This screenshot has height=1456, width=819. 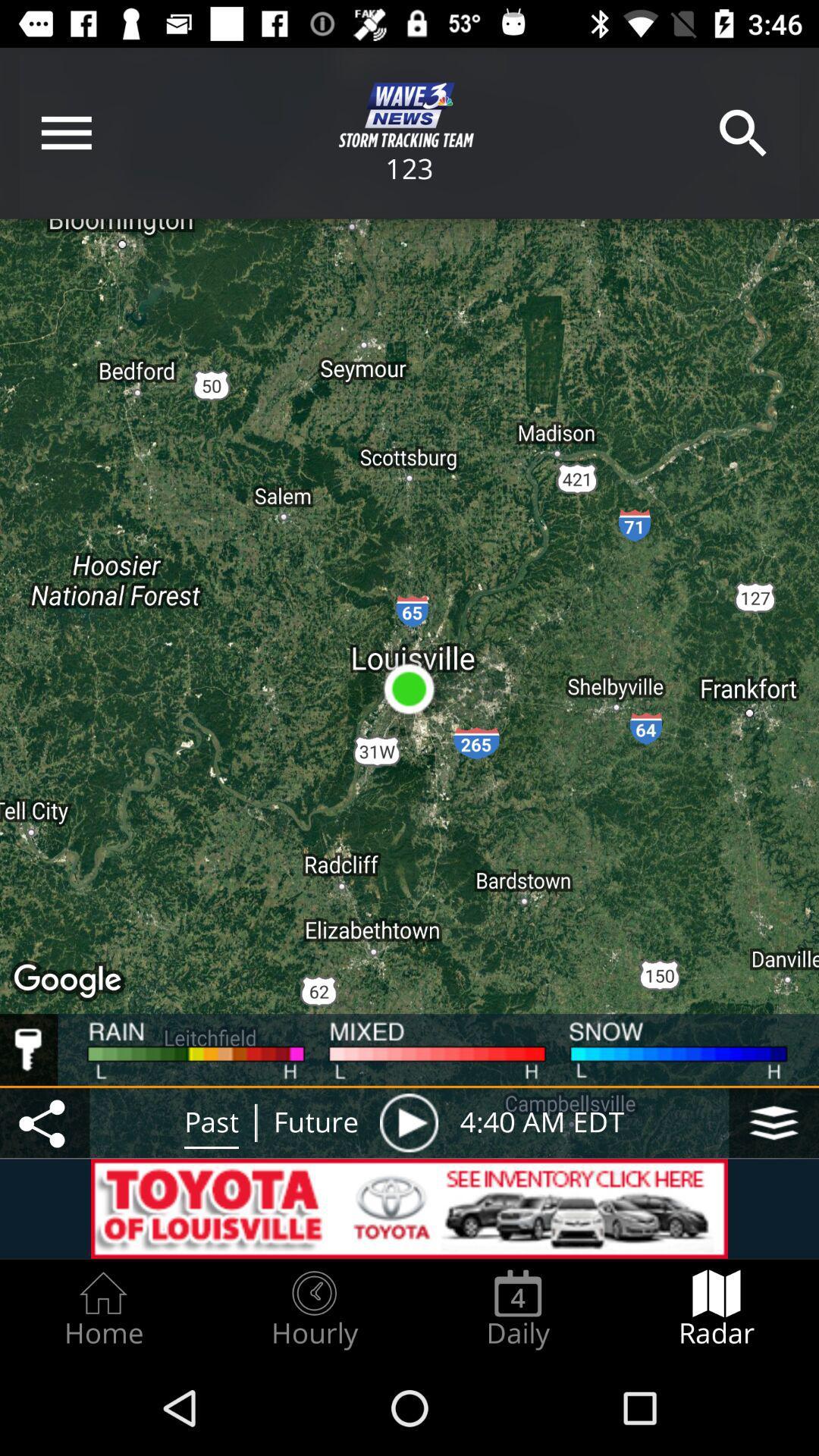 I want to click on the radar item, so click(x=717, y=1309).